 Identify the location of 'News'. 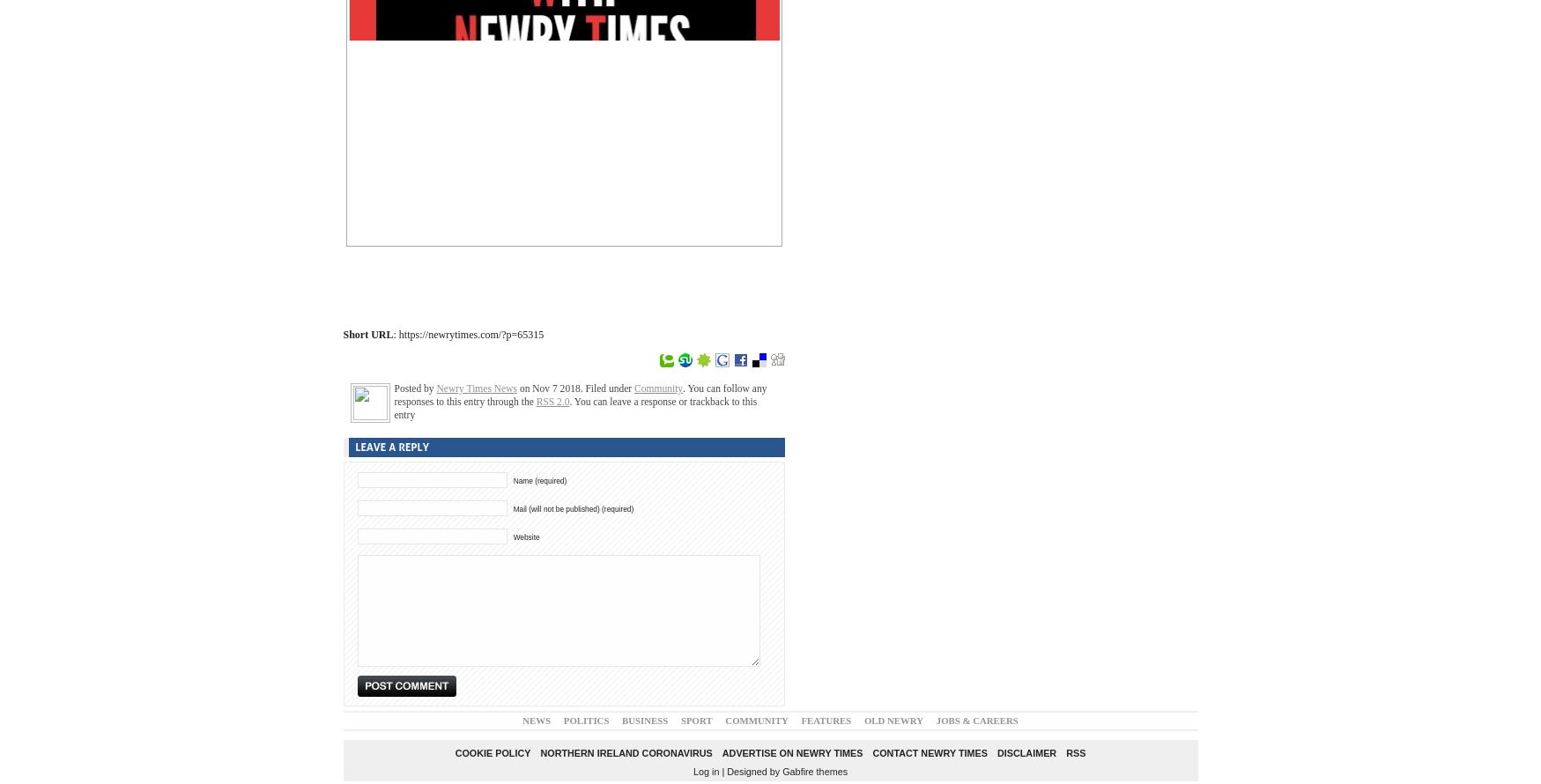
(537, 719).